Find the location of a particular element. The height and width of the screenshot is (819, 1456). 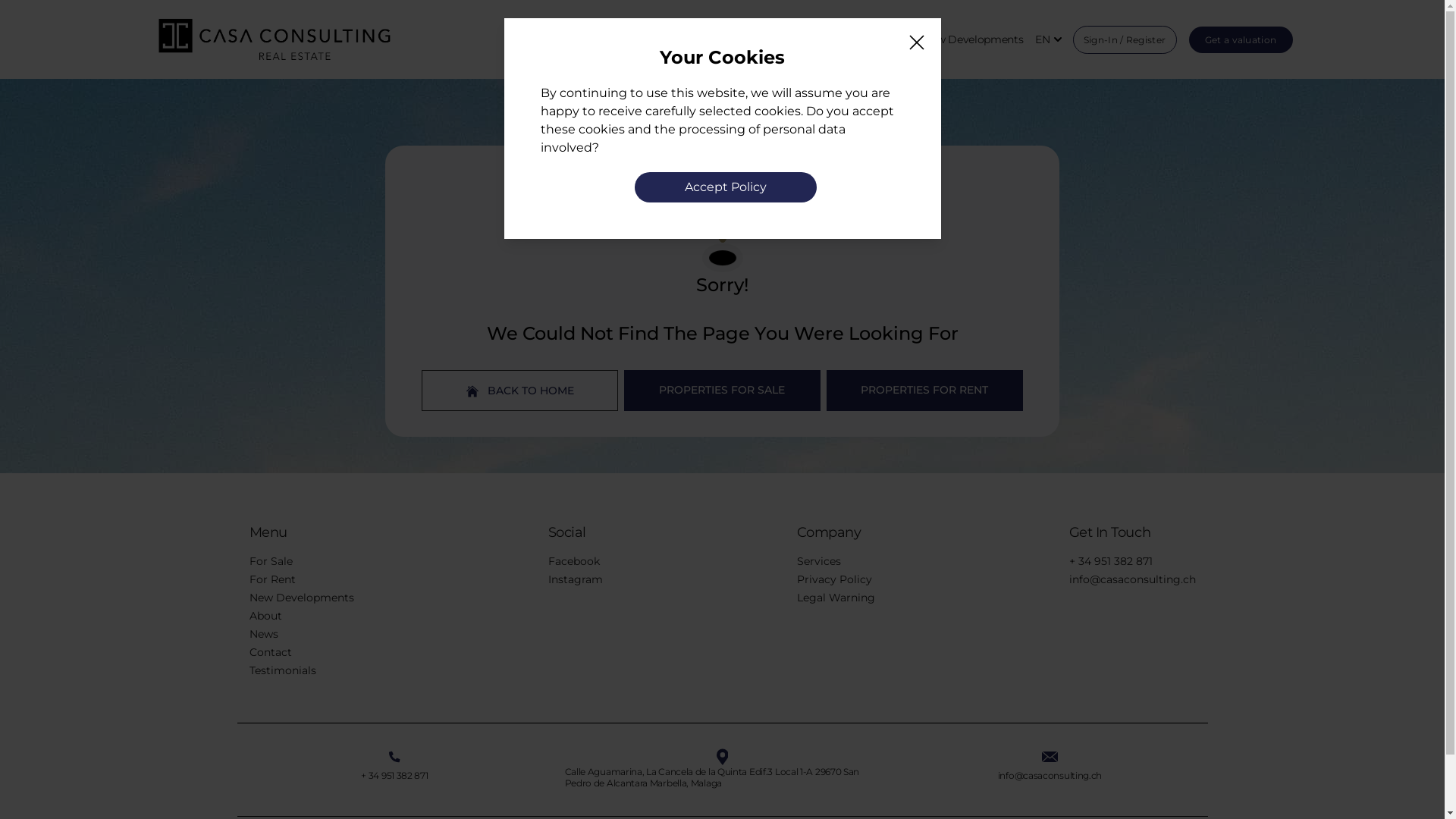

'Facebook' is located at coordinates (572, 561).